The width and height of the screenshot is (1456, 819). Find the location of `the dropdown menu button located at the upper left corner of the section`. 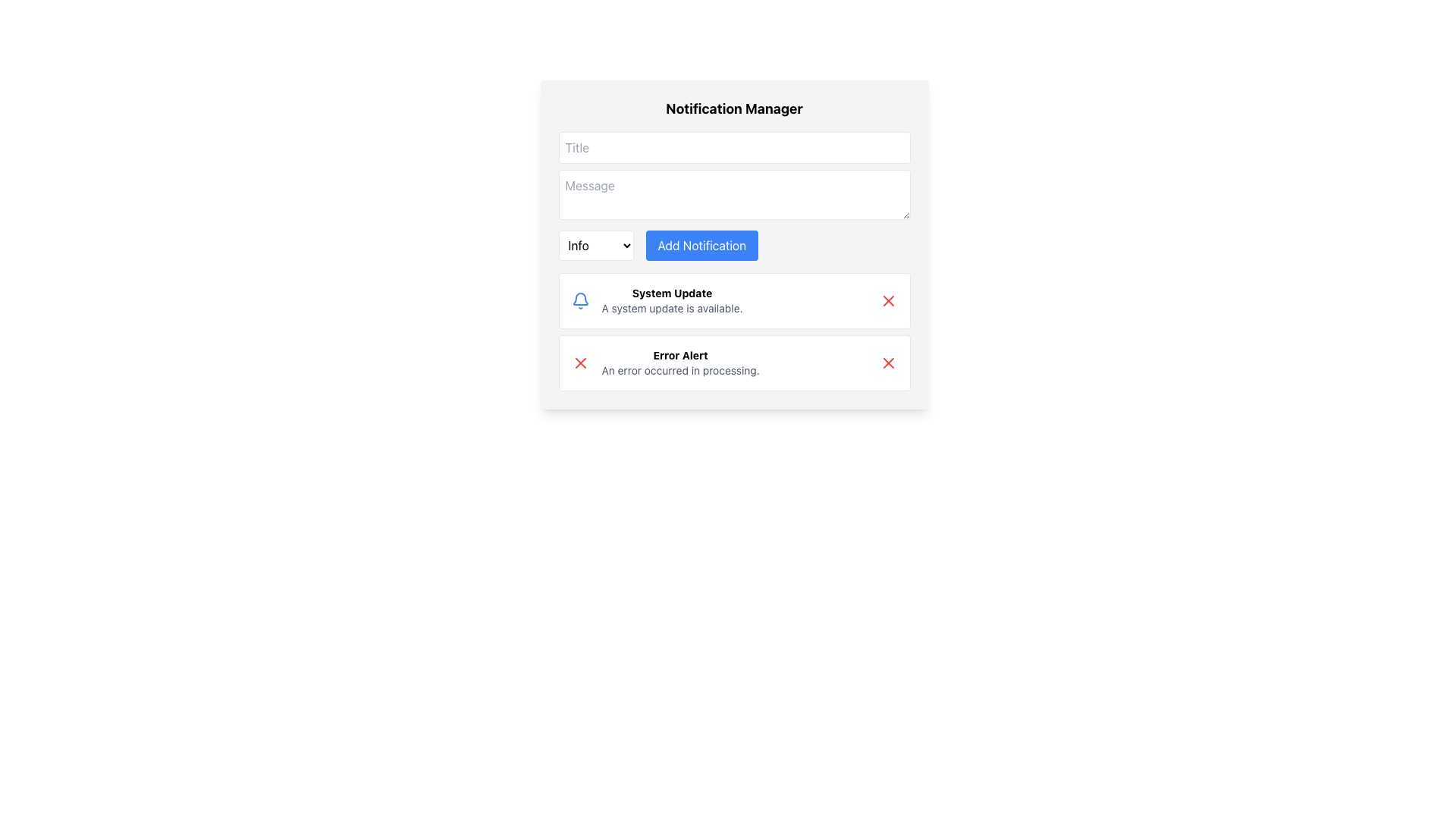

the dropdown menu button located at the upper left corner of the section is located at coordinates (595, 245).